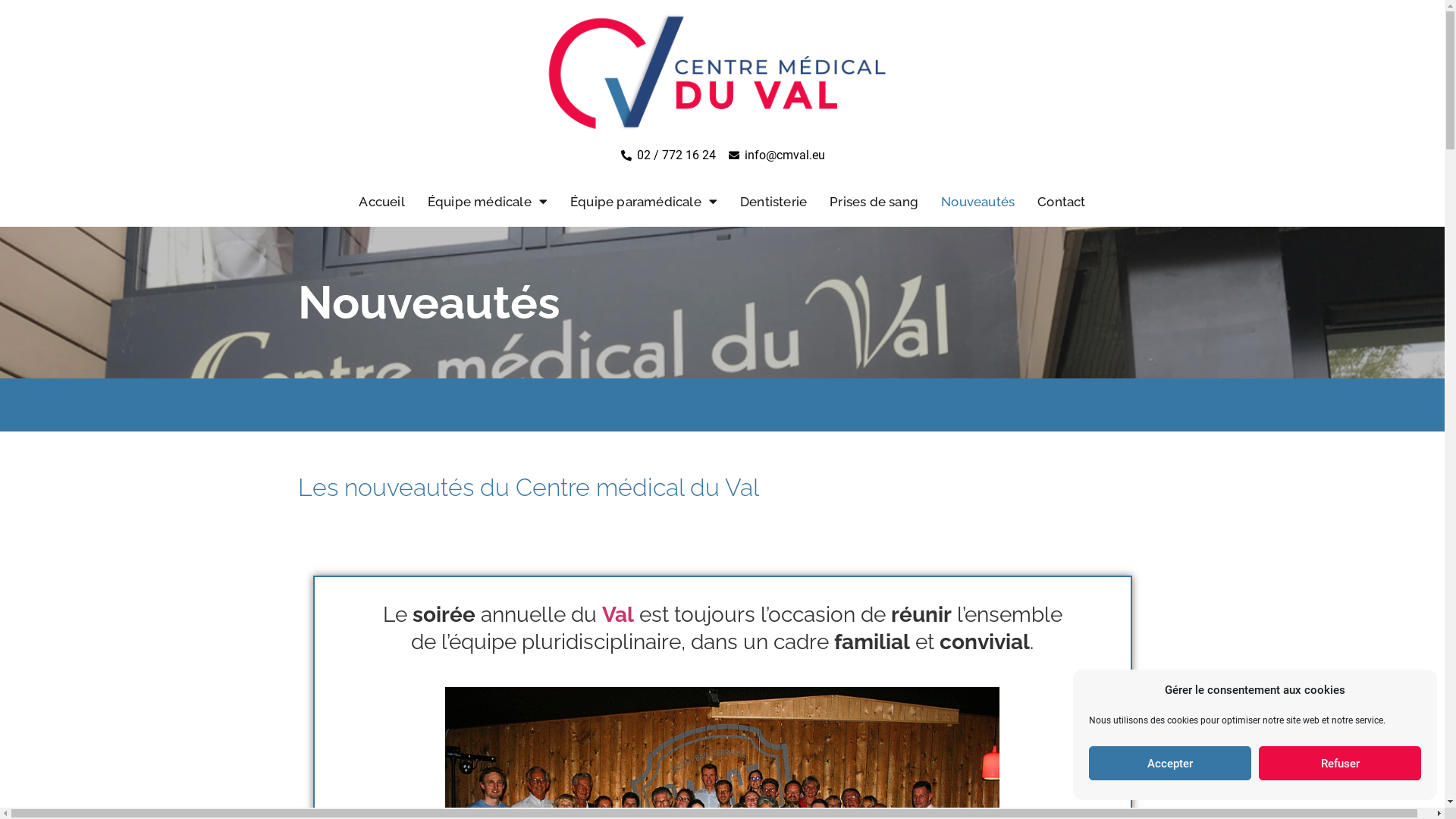 Image resolution: width=1456 pixels, height=819 pixels. I want to click on 'info@cmval.eu', so click(728, 155).